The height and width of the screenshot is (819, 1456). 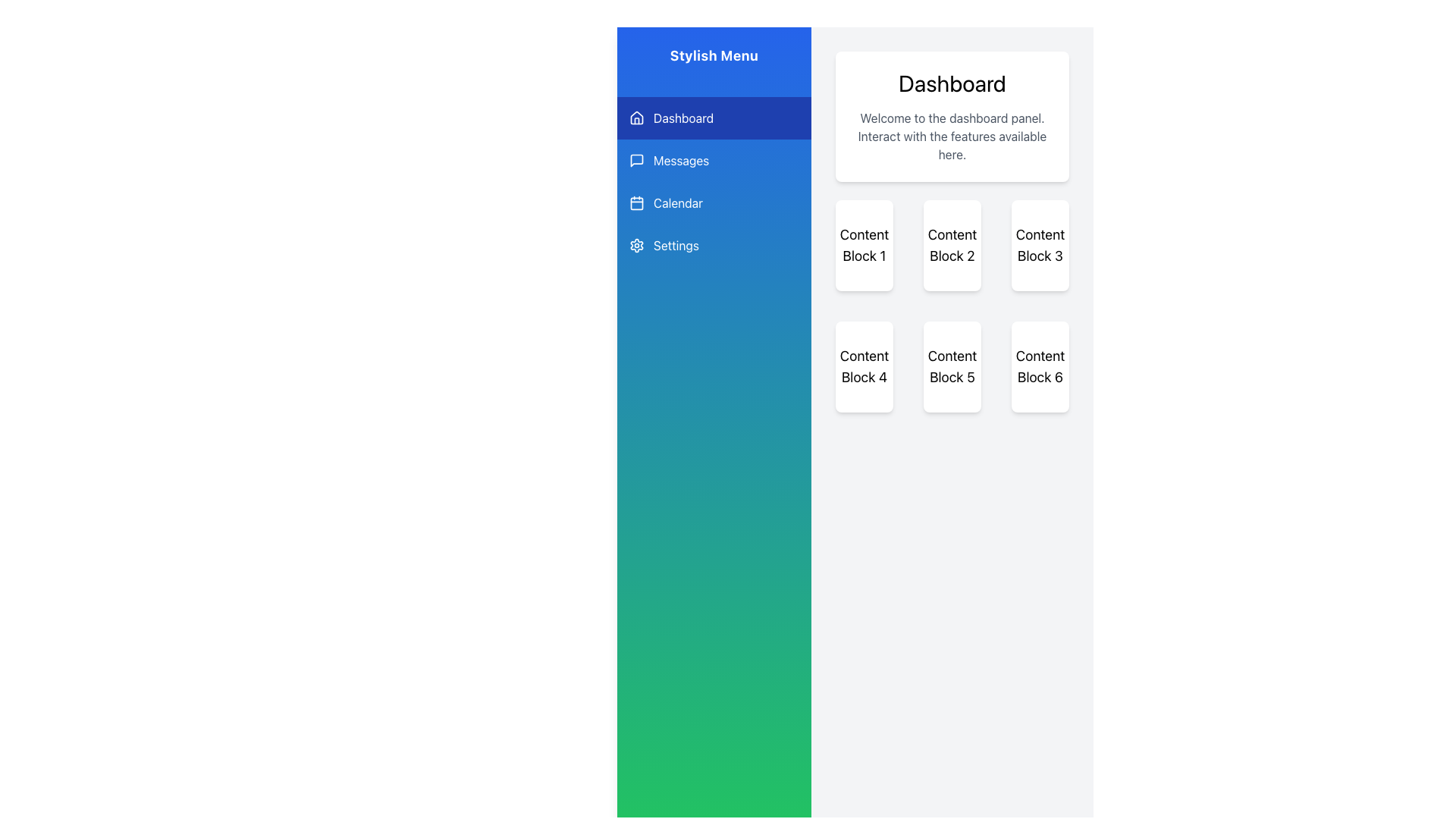 I want to click on the Content Block 3 element, so click(x=1040, y=245).